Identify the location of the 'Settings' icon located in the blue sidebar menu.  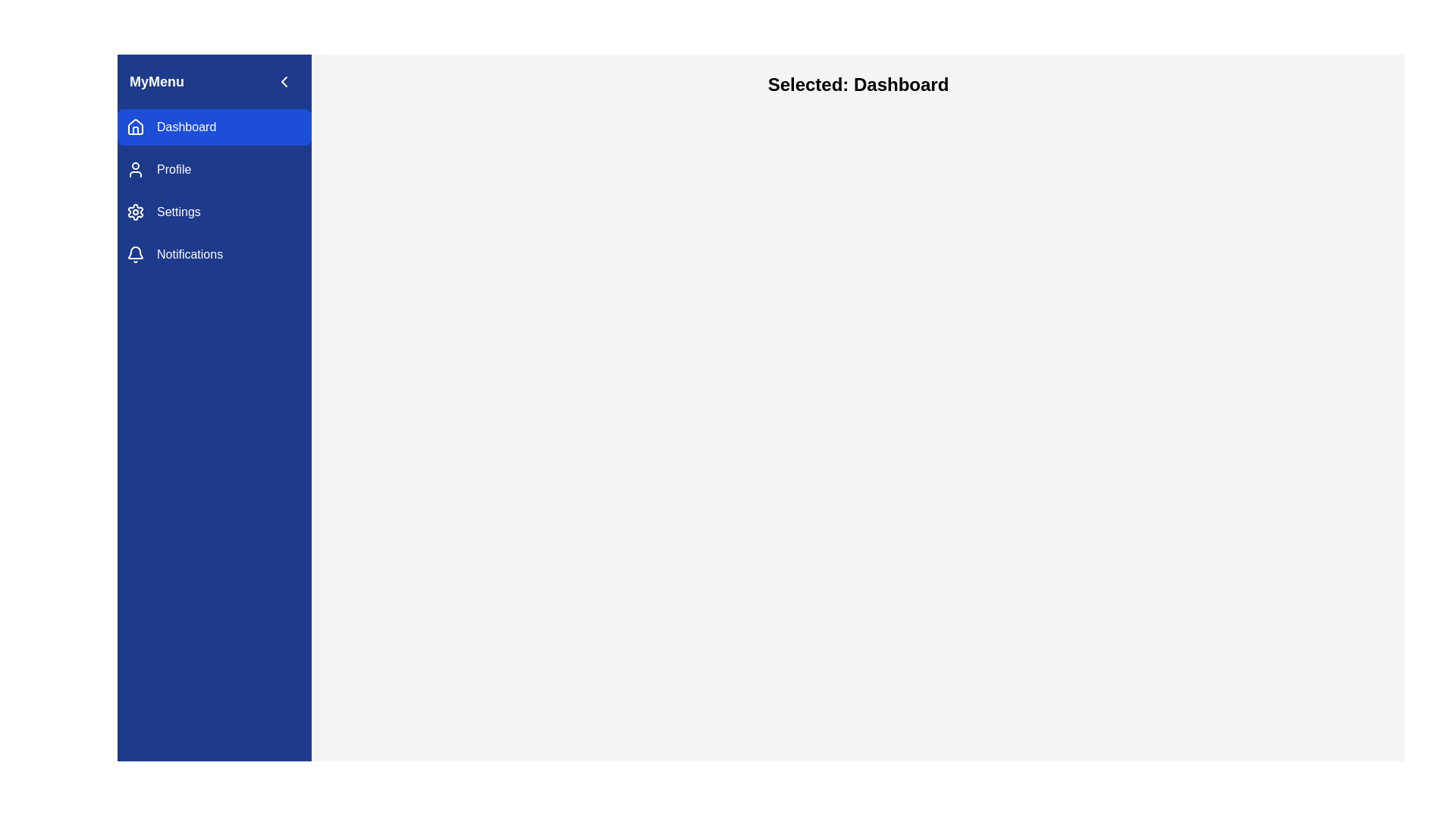
(135, 212).